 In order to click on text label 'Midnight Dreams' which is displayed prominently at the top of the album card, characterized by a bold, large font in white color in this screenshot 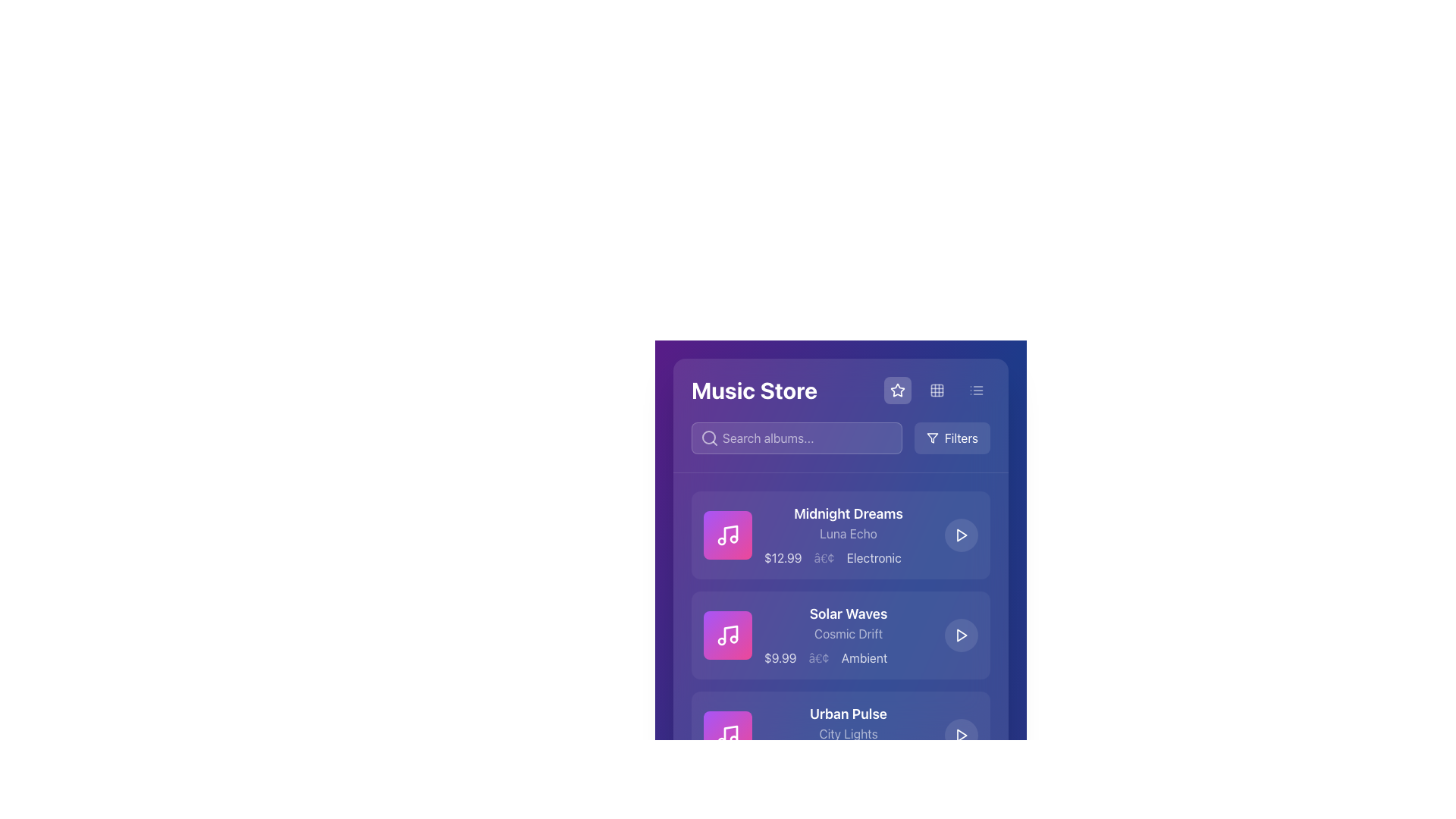, I will do `click(847, 513)`.